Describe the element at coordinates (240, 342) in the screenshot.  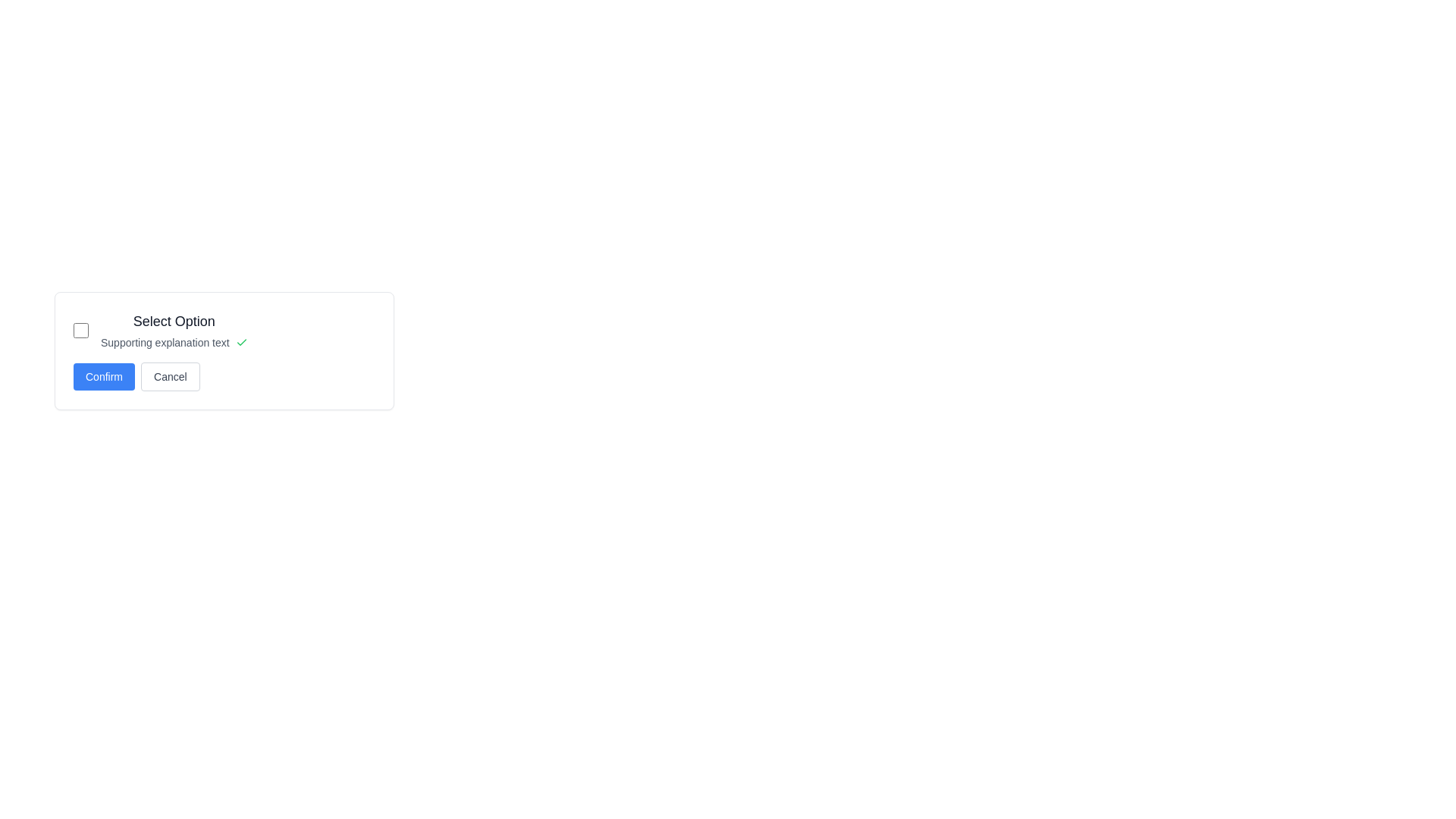
I see `the confirmation icon located to the immediate right of the text labeled 'Supporting explanation text'` at that location.